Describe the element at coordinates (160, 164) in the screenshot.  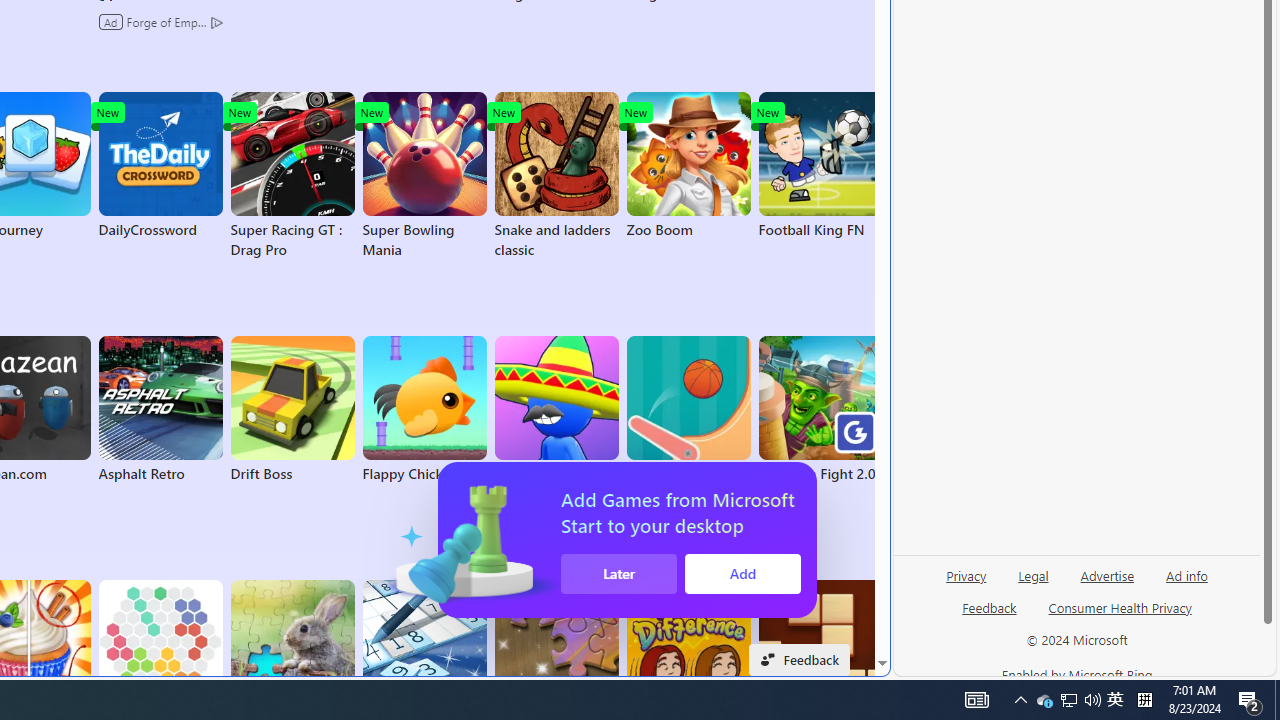
I see `'DailyCrossword'` at that location.